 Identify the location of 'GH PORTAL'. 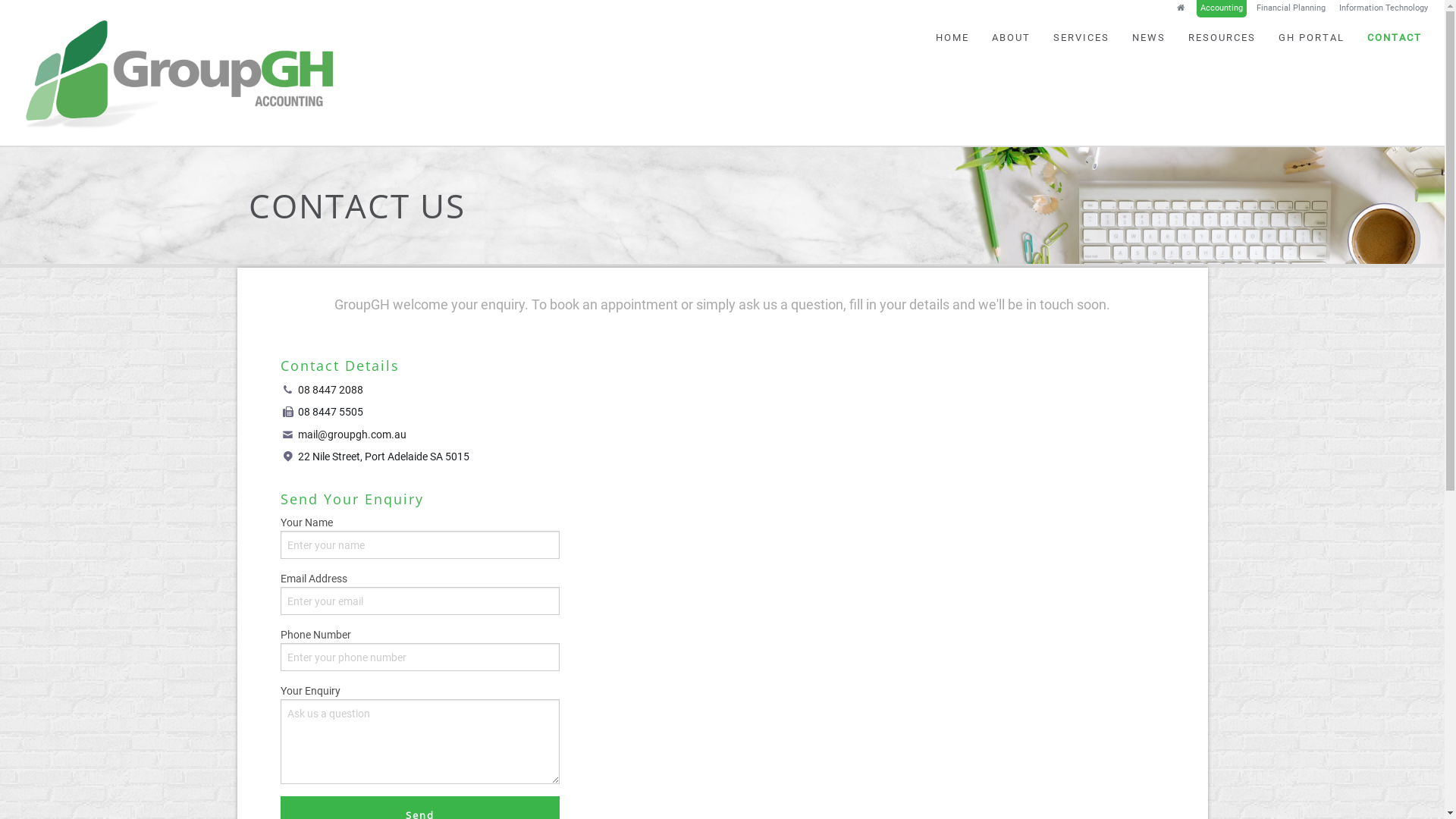
(1310, 36).